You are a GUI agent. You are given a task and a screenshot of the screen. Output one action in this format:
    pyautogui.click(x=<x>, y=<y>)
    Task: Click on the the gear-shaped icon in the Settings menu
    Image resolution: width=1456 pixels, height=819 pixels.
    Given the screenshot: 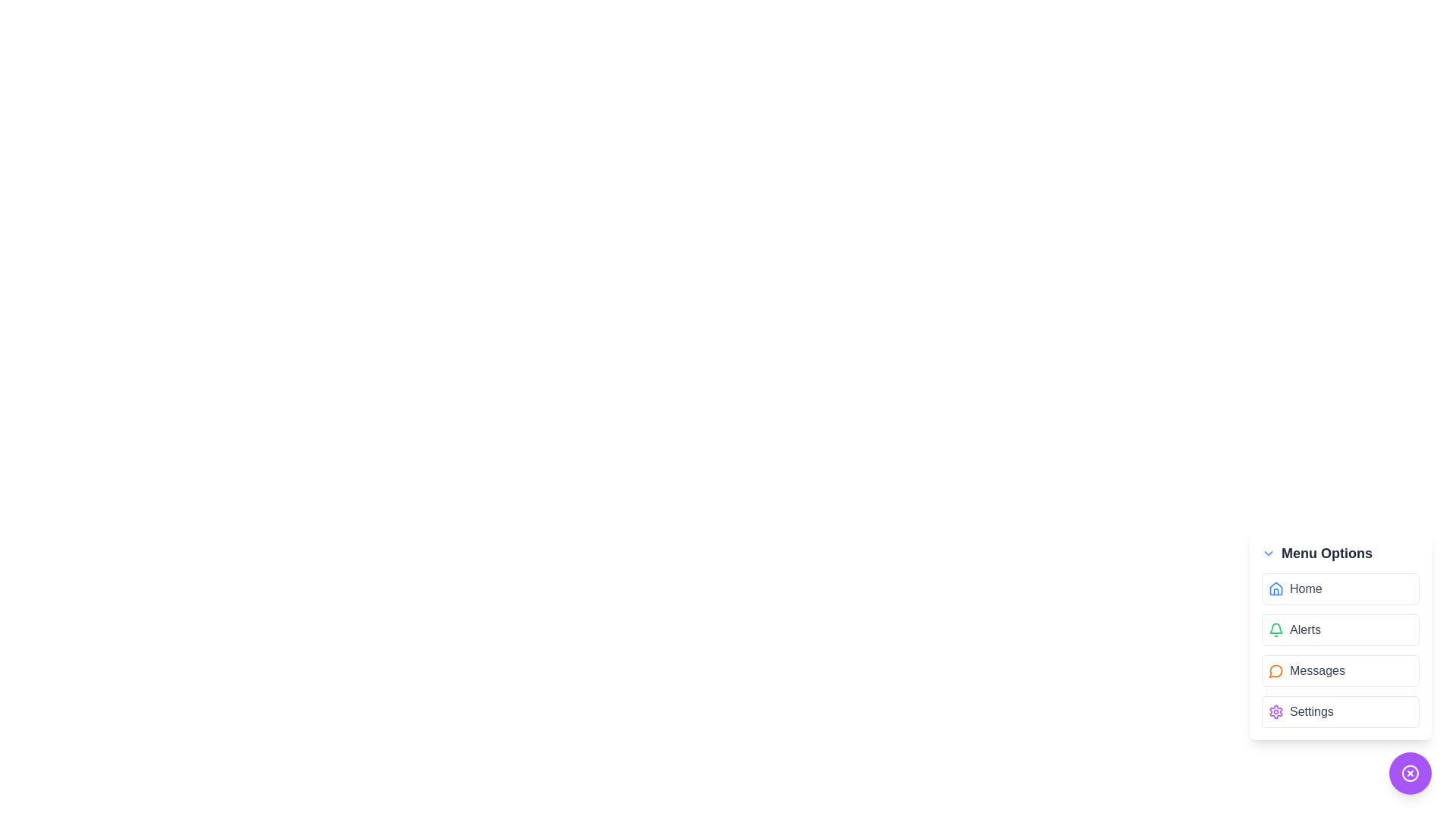 What is the action you would take?
    pyautogui.click(x=1276, y=711)
    